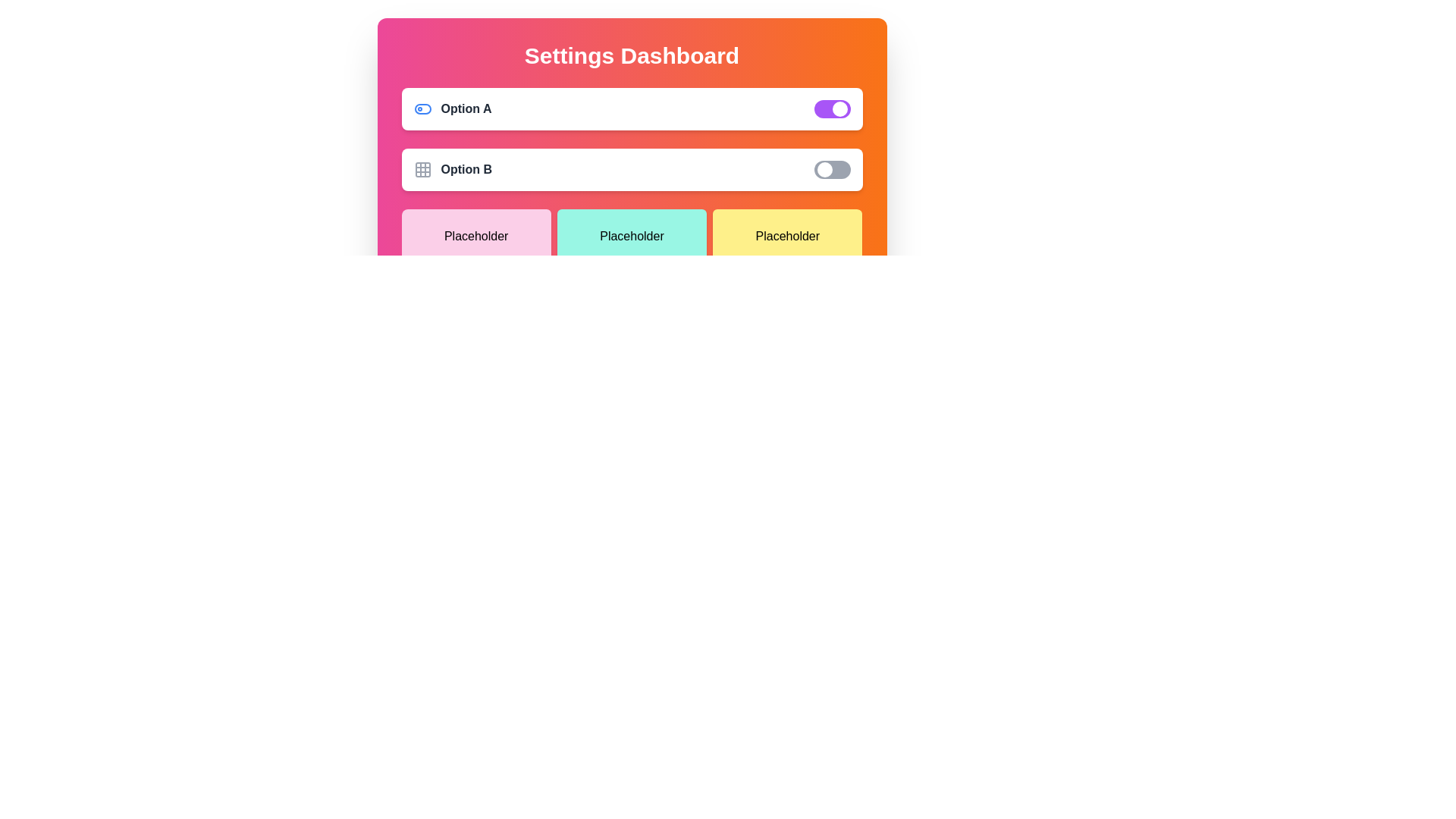 This screenshot has width=1456, height=819. Describe the element at coordinates (466, 169) in the screenshot. I see `the 'Option B' text label, which is styled with a bold font and dark gray color, located in the center-right part of the settings dashboard next to a grid icon` at that location.